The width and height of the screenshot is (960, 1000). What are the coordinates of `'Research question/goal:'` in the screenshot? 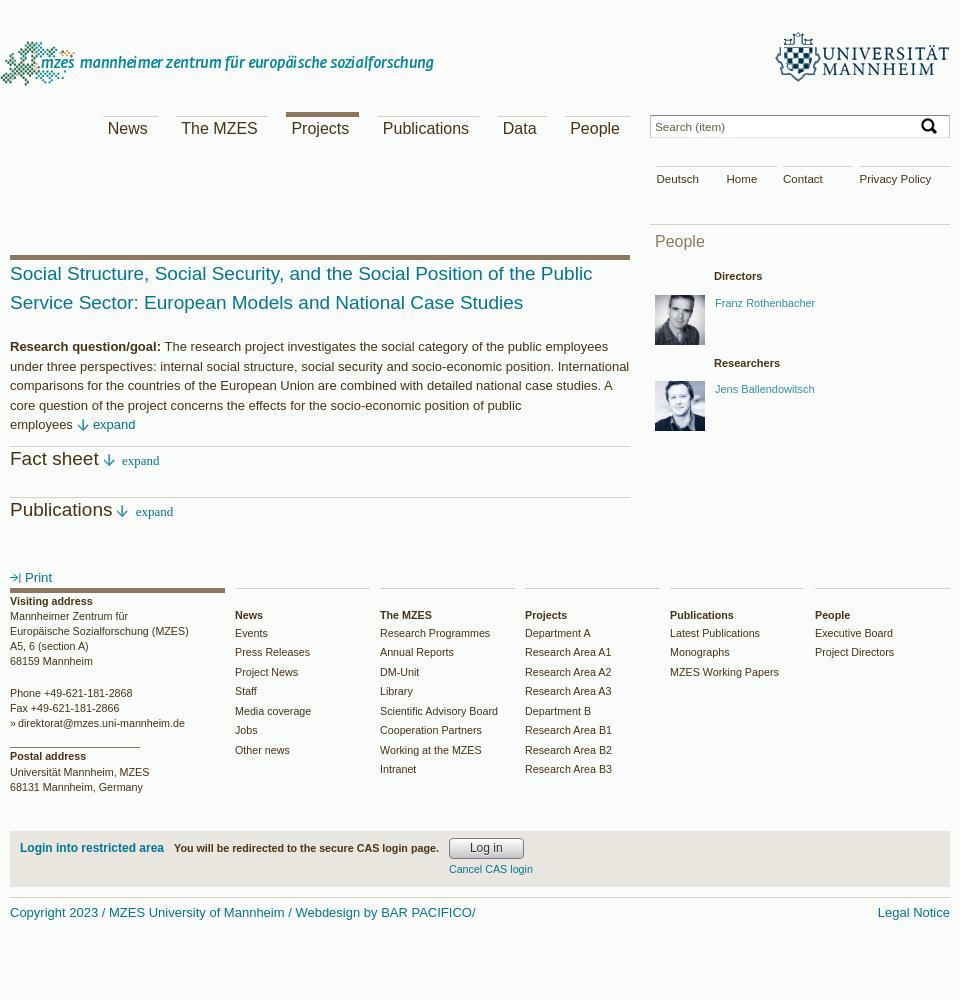 It's located at (86, 345).